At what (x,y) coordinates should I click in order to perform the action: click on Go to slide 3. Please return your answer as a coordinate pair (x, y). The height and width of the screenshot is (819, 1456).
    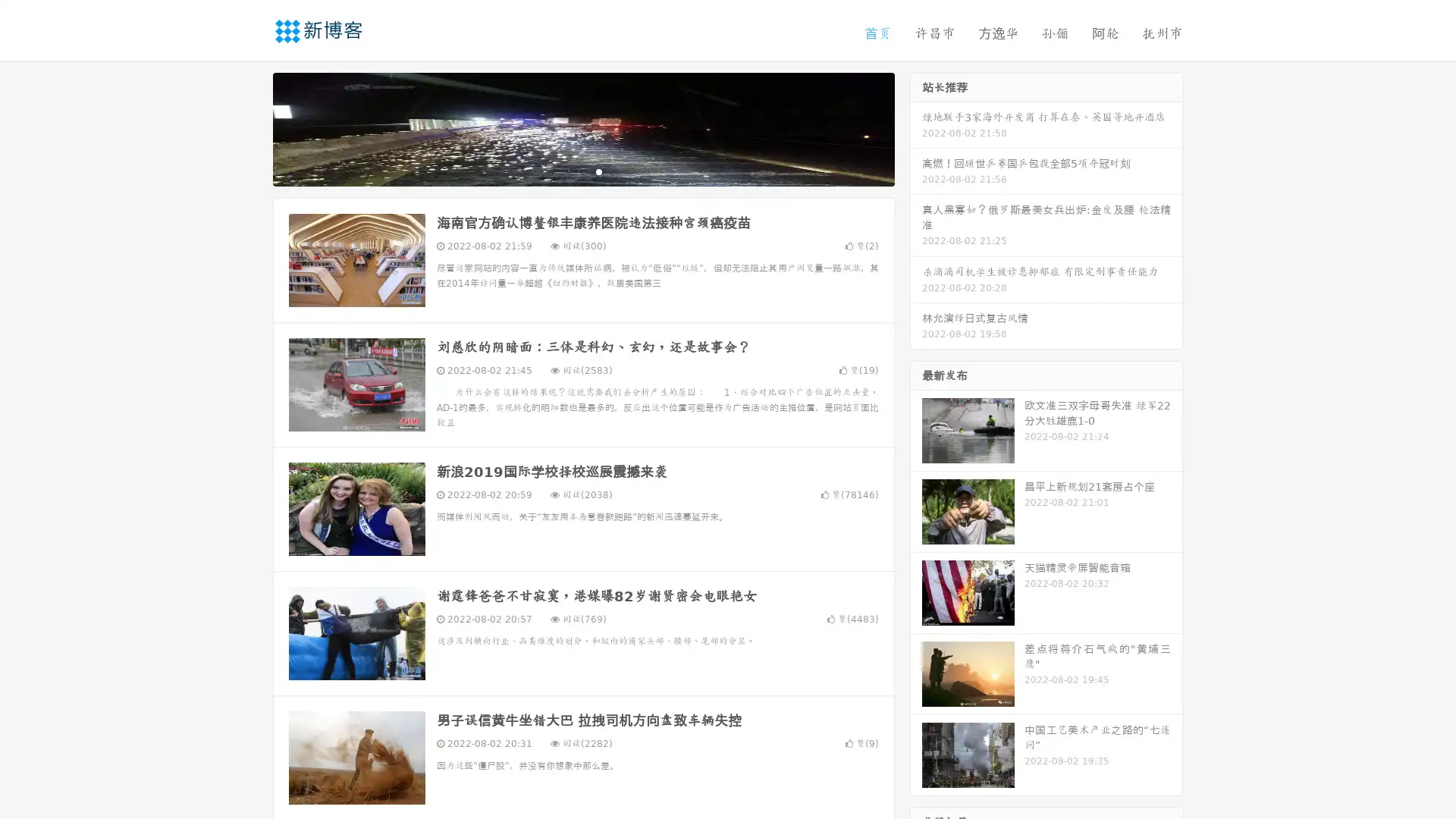
    Looking at the image, I should click on (598, 171).